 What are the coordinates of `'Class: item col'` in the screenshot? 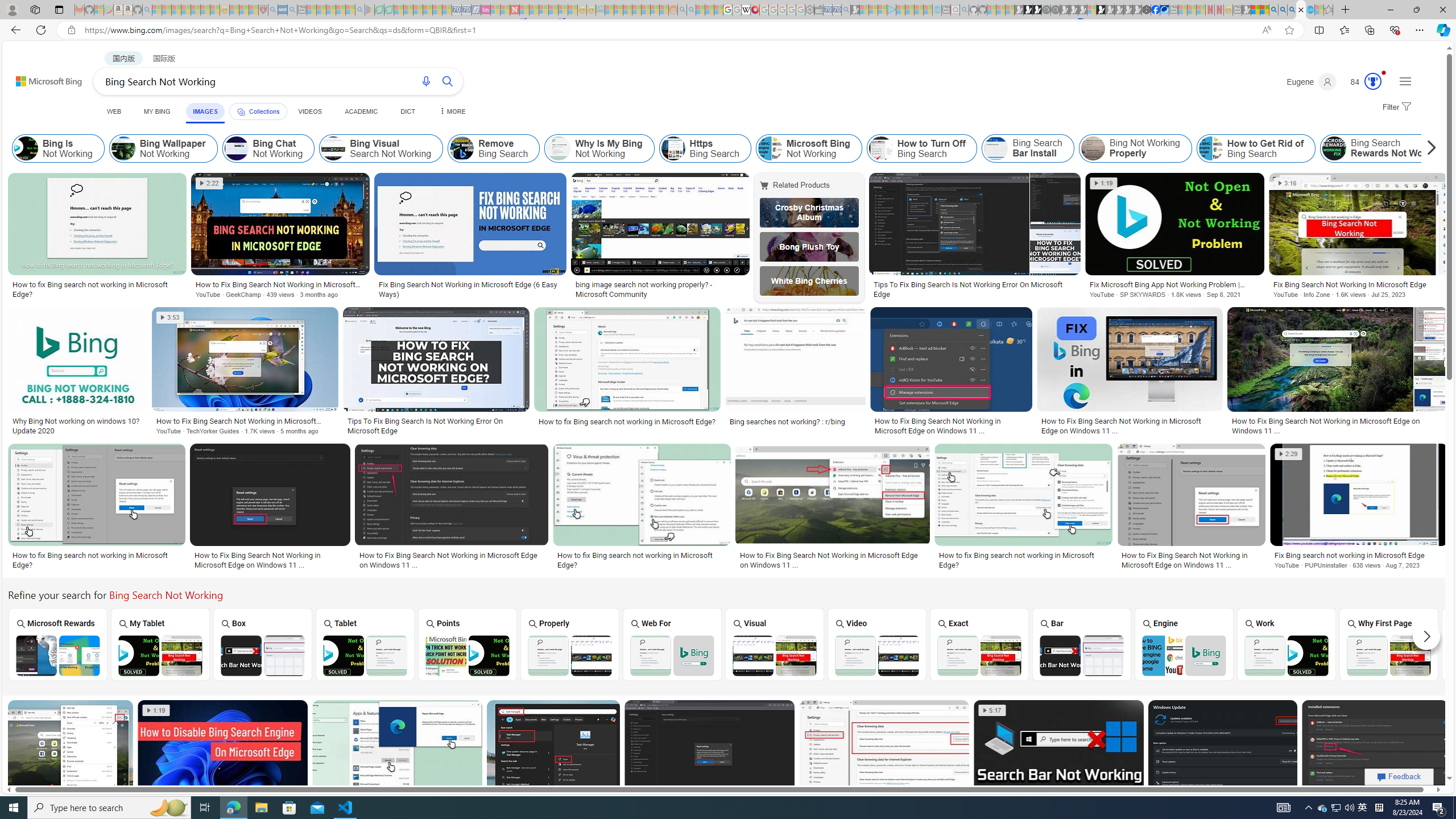 It's located at (1388, 148).